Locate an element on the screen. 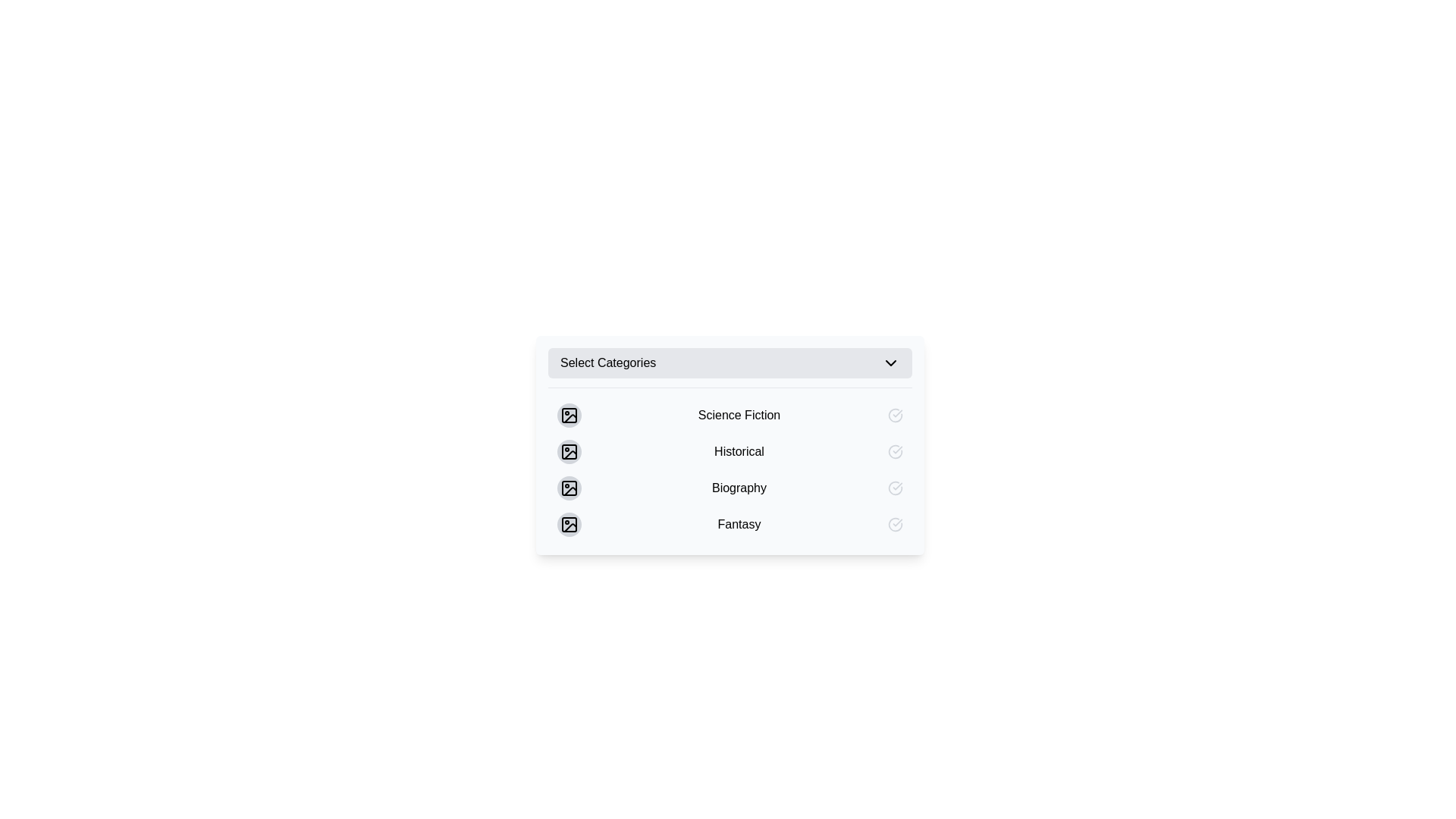  the Chevron Icon located to the far right of the 'Select Categories' button is located at coordinates (891, 362).